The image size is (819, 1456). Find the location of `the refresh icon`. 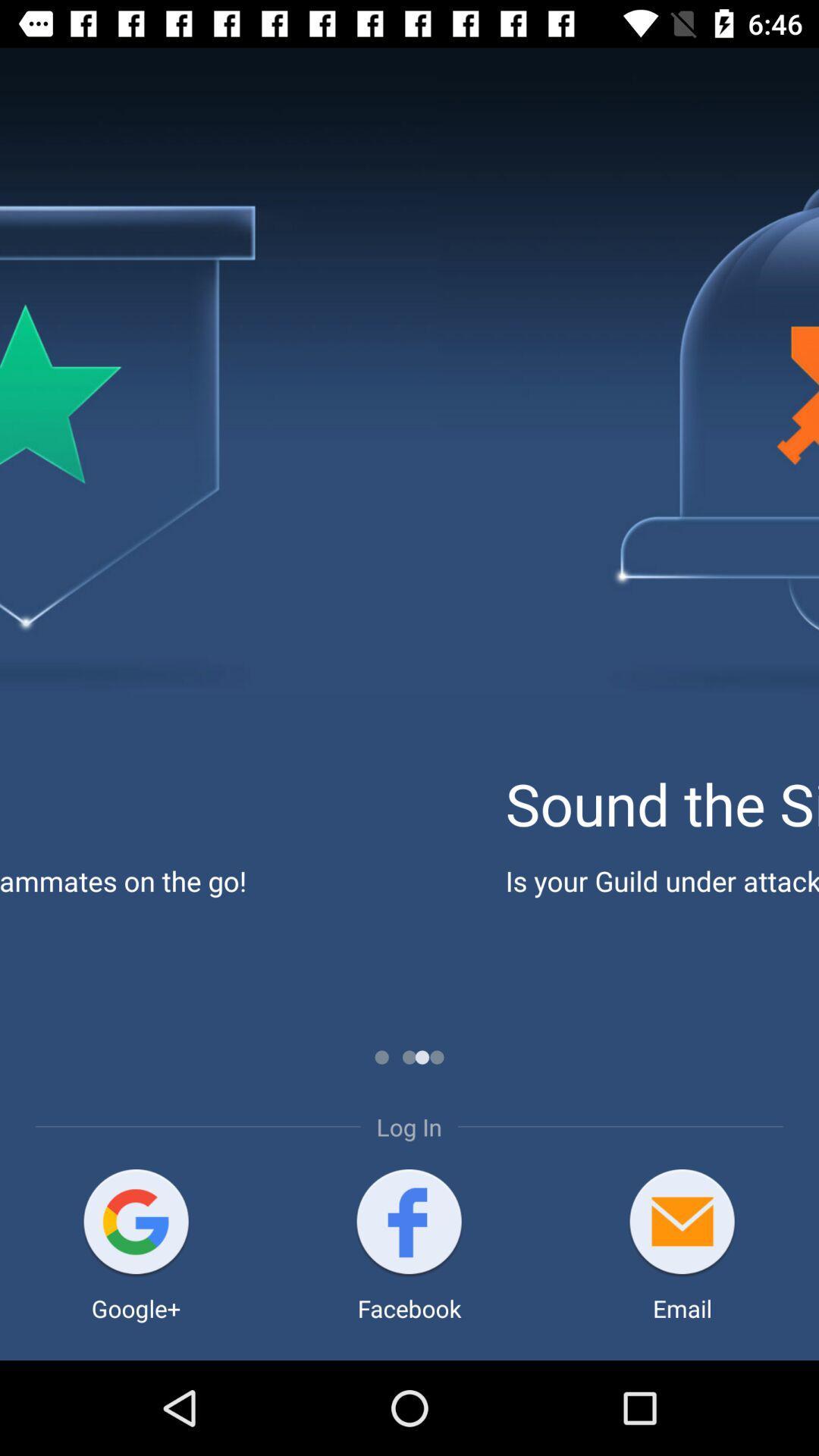

the refresh icon is located at coordinates (135, 1223).